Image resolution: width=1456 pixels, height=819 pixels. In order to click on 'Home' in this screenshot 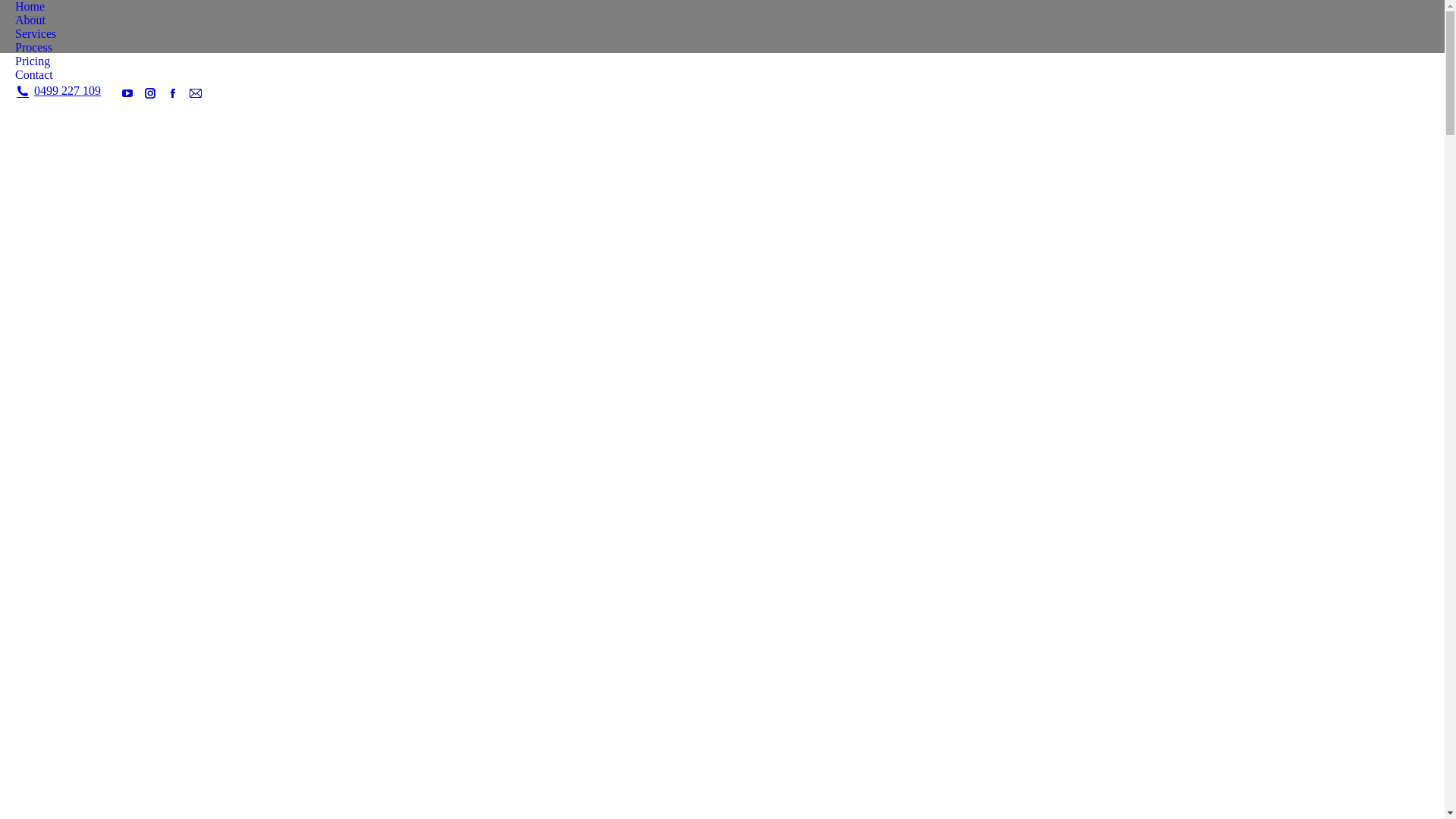, I will do `click(14, 6)`.